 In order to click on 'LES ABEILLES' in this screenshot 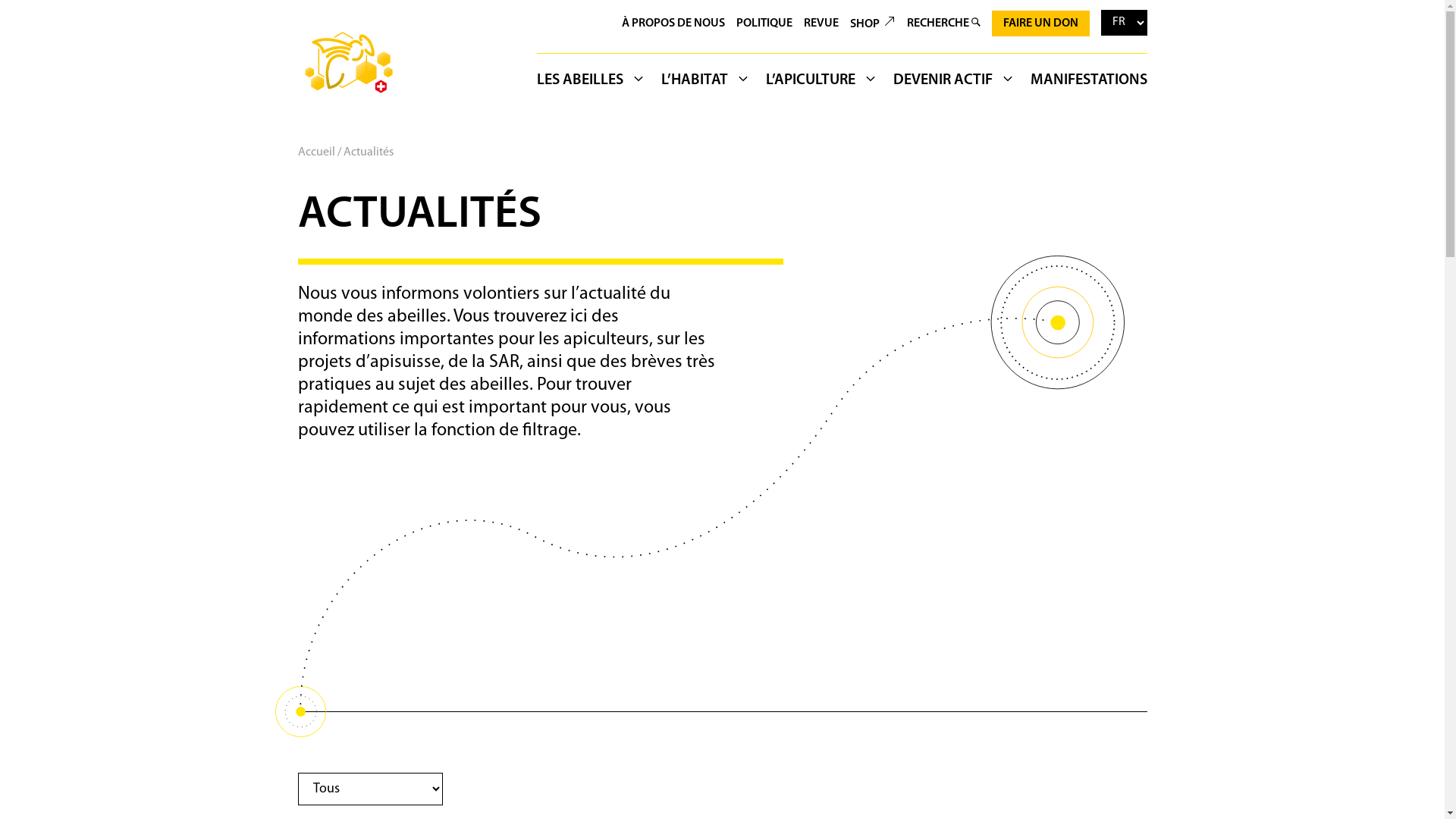, I will do `click(595, 83)`.